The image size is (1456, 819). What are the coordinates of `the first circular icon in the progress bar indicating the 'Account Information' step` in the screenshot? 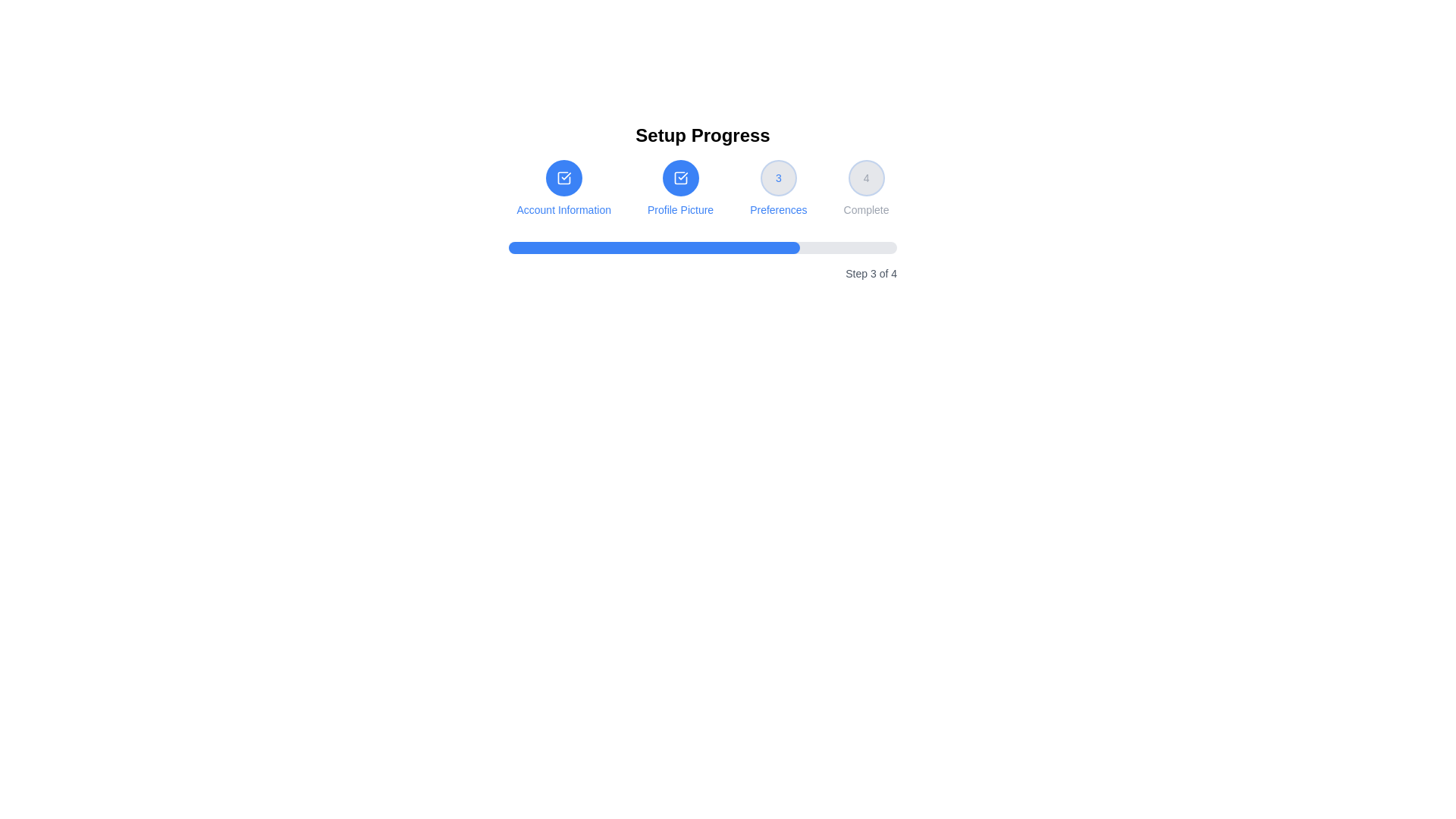 It's located at (563, 177).